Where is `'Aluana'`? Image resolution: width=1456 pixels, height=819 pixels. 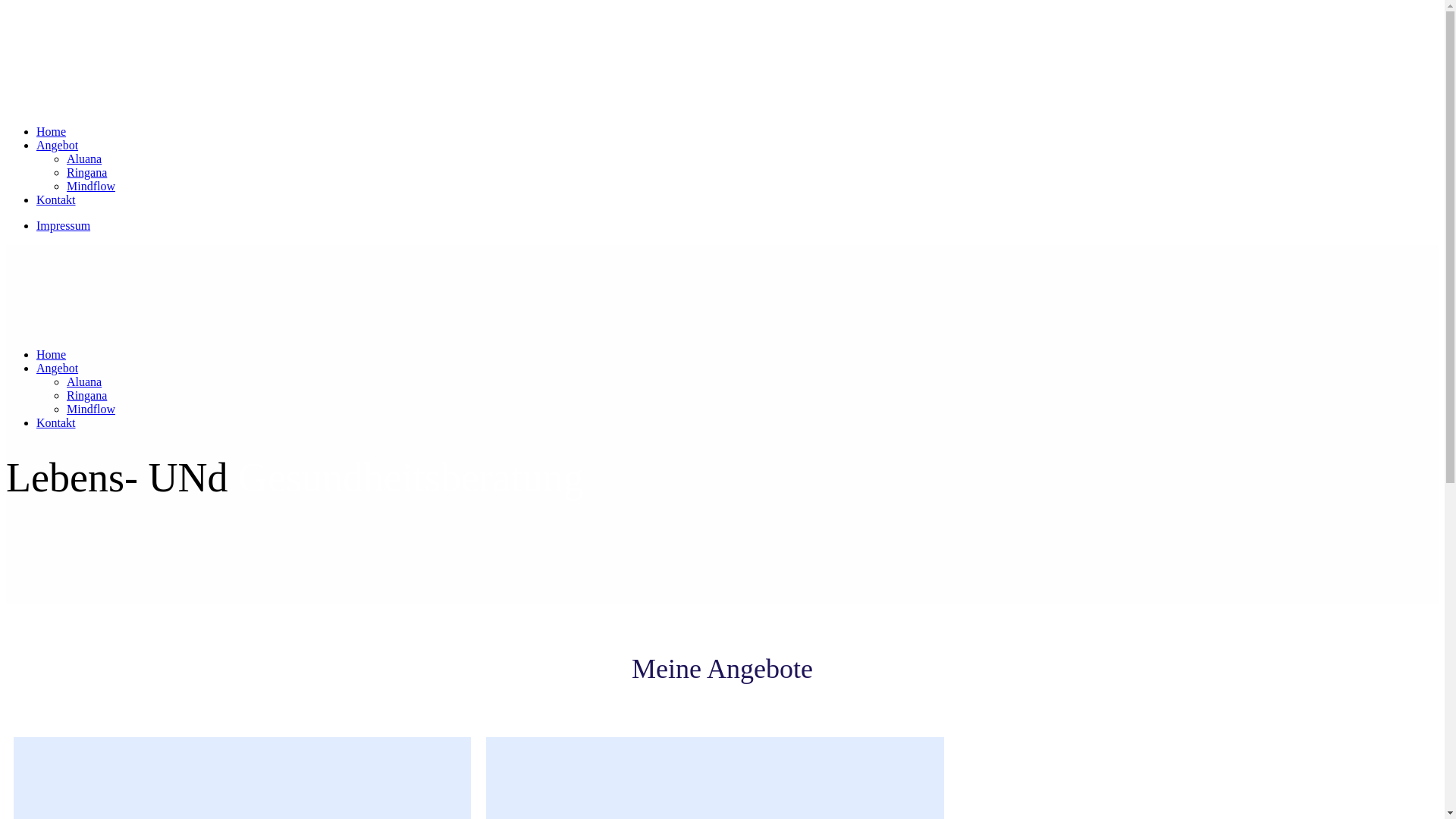 'Aluana' is located at coordinates (83, 381).